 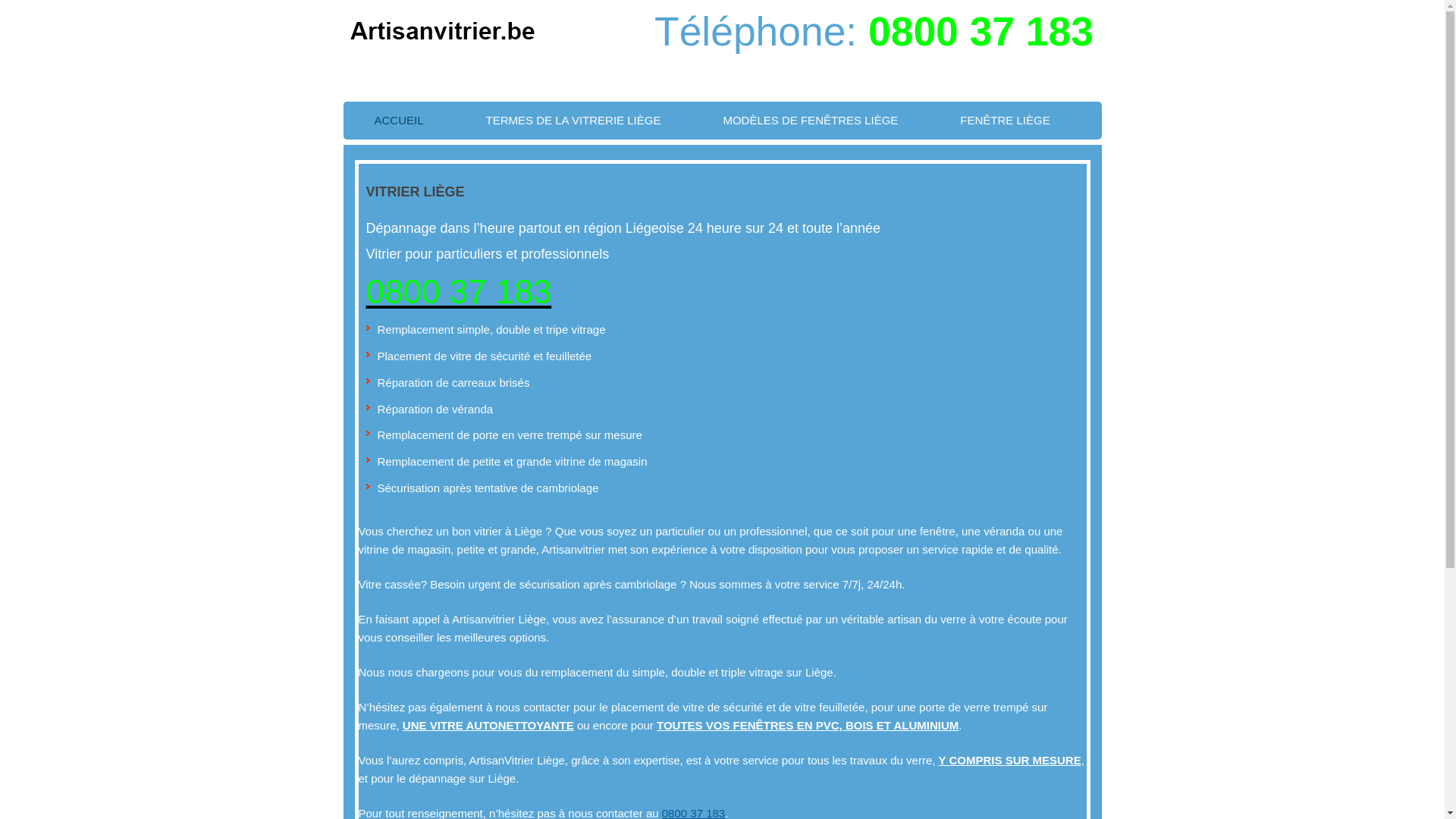 What do you see at coordinates (981, 31) in the screenshot?
I see `'0800 37 183'` at bounding box center [981, 31].